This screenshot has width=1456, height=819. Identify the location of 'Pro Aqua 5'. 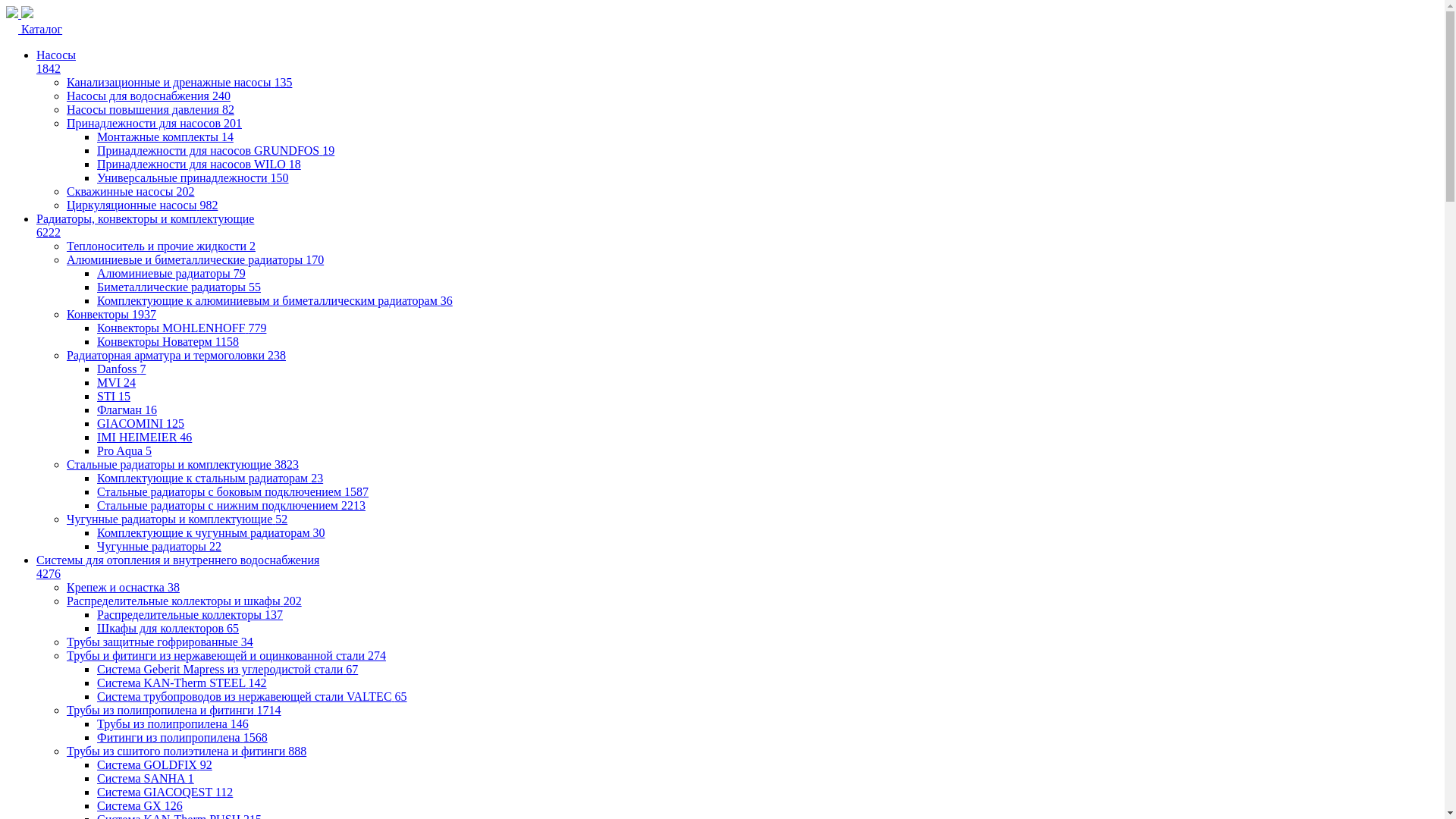
(96, 450).